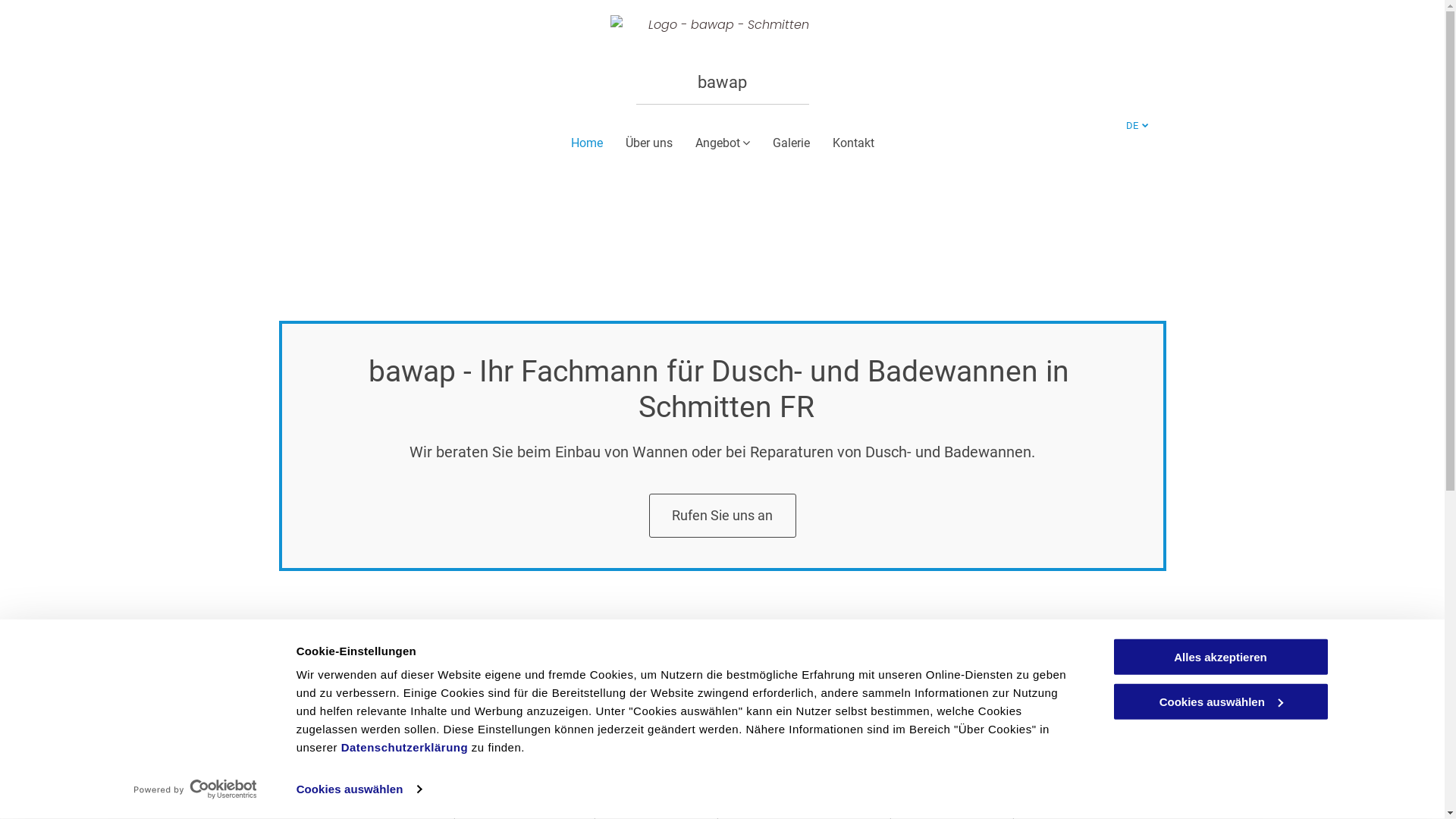  What do you see at coordinates (570, 143) in the screenshot?
I see `'Home'` at bounding box center [570, 143].